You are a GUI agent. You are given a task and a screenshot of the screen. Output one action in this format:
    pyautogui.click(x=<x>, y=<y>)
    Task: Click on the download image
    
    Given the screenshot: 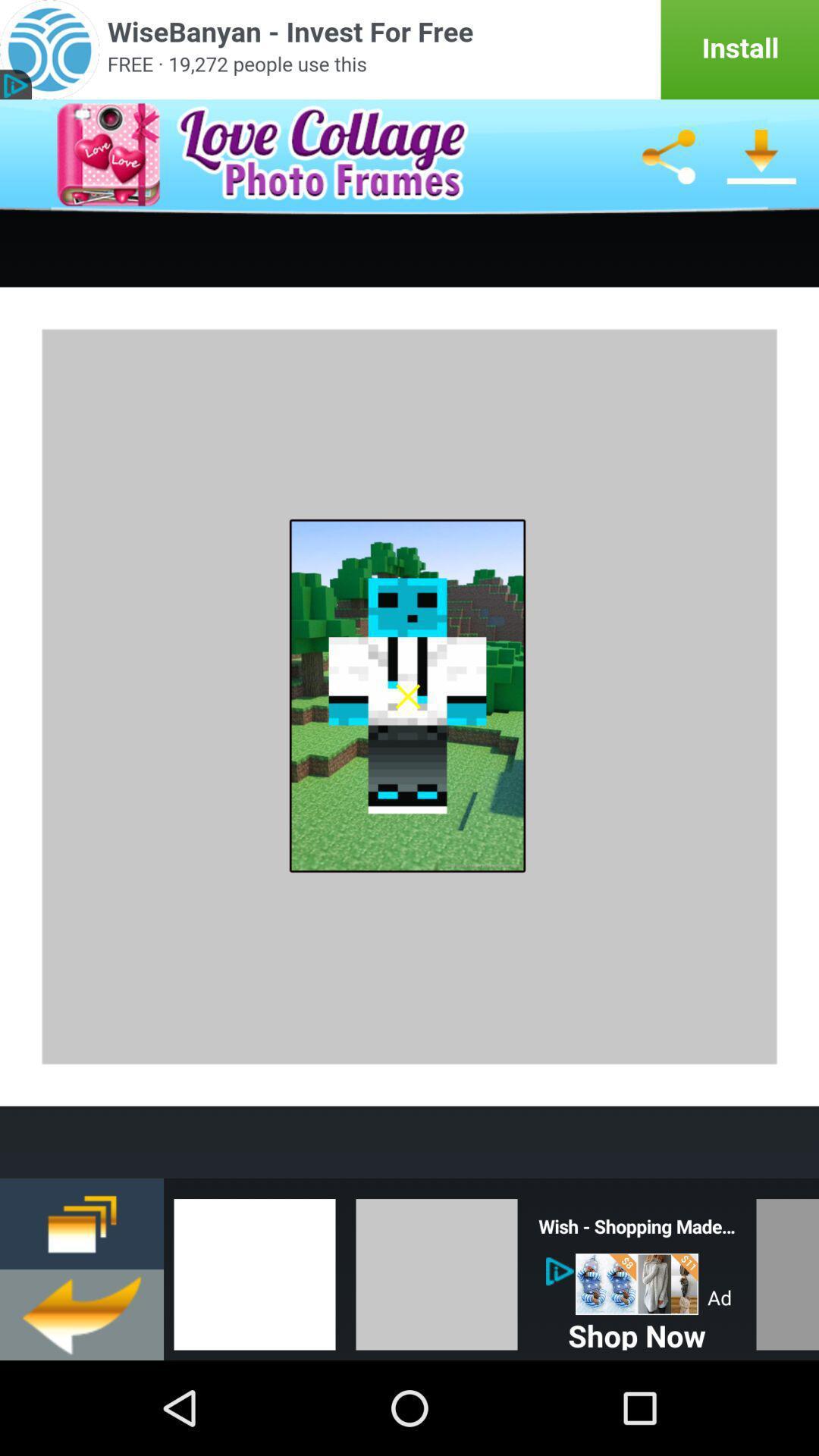 What is the action you would take?
    pyautogui.click(x=762, y=156)
    